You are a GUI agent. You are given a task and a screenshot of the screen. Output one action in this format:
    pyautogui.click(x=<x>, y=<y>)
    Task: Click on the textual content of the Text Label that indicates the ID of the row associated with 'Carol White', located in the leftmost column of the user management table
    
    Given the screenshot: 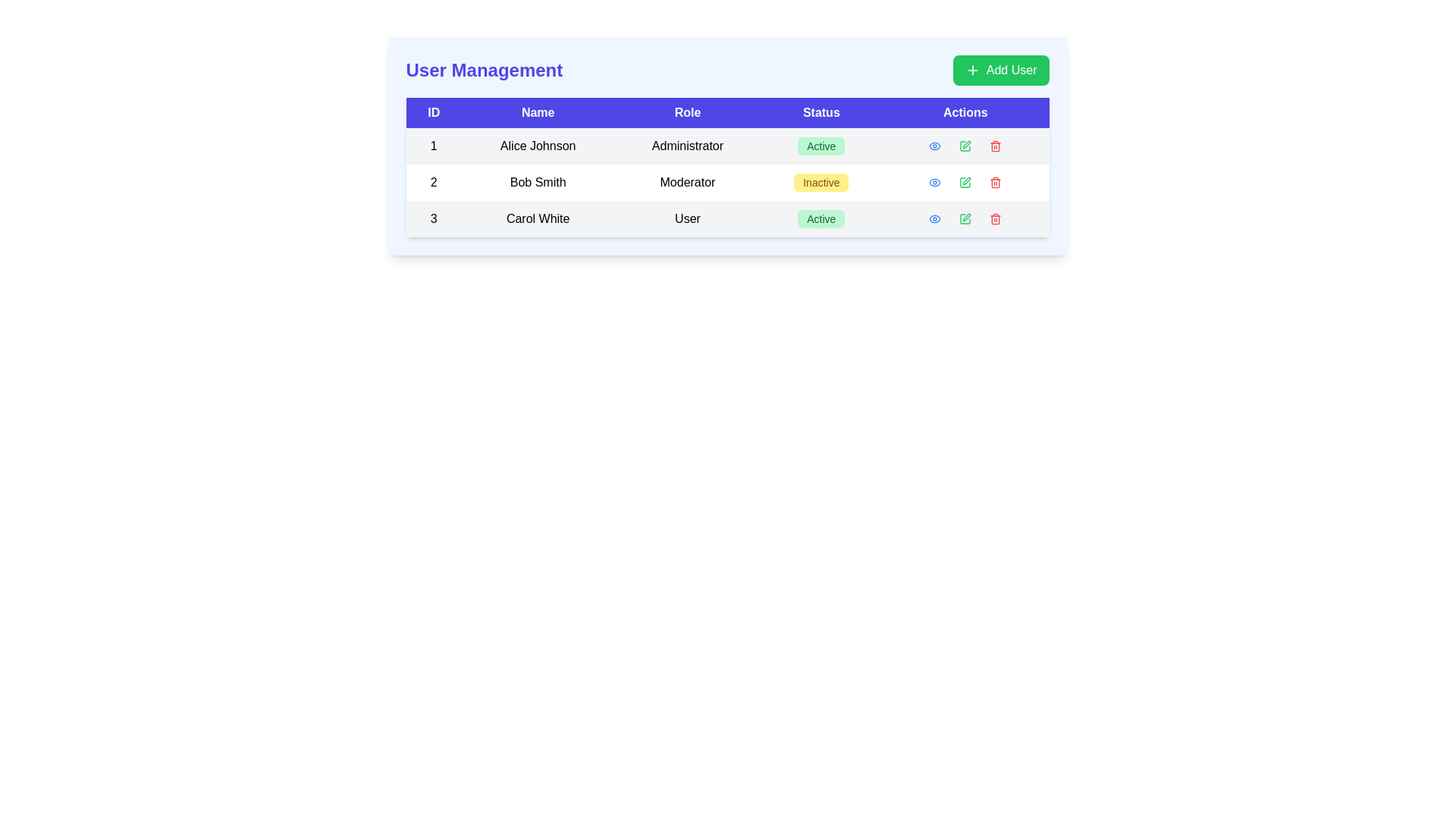 What is the action you would take?
    pyautogui.click(x=433, y=219)
    